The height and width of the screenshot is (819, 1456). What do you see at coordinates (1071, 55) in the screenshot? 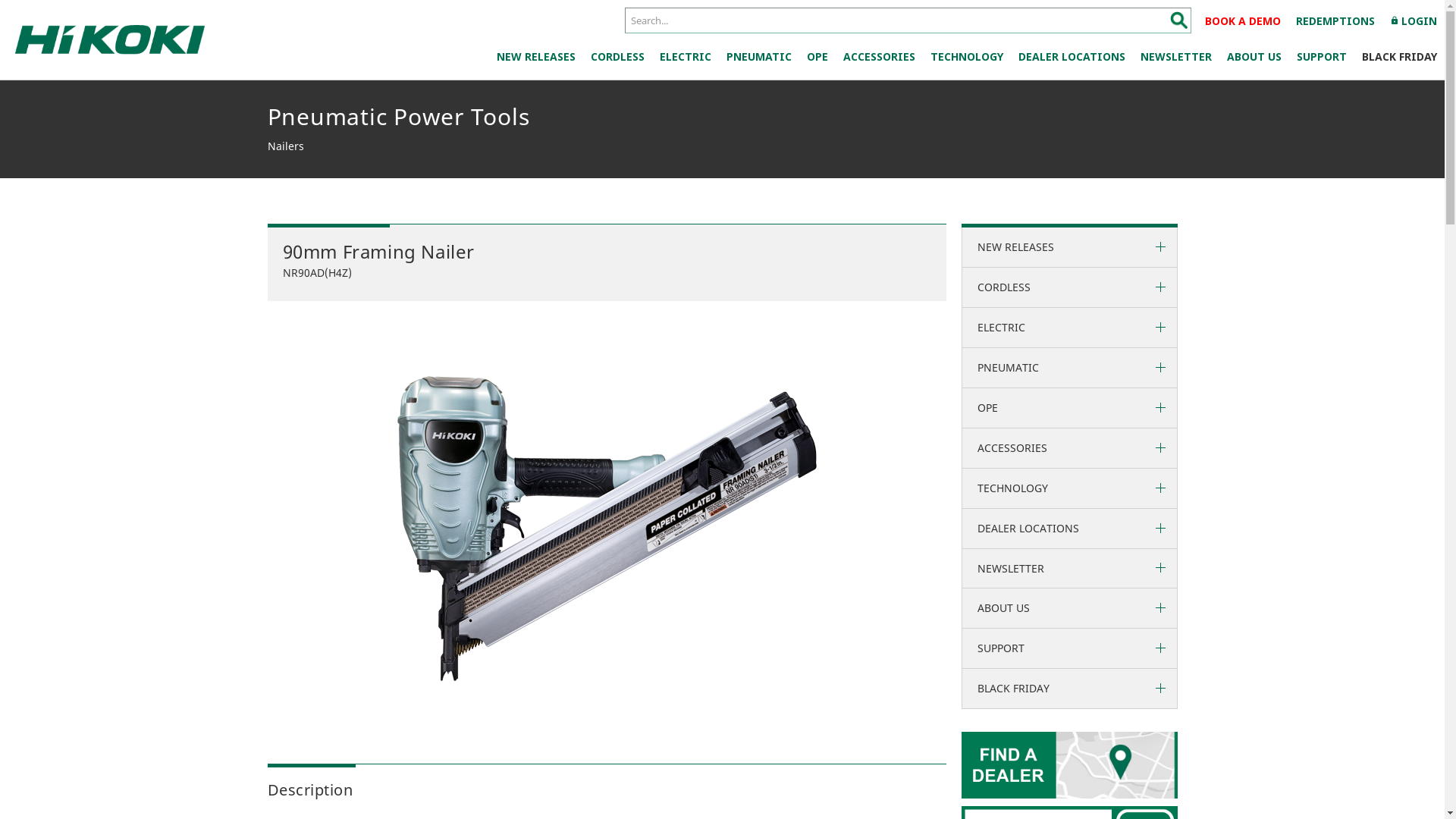
I see `'DEALER LOCATIONS'` at bounding box center [1071, 55].